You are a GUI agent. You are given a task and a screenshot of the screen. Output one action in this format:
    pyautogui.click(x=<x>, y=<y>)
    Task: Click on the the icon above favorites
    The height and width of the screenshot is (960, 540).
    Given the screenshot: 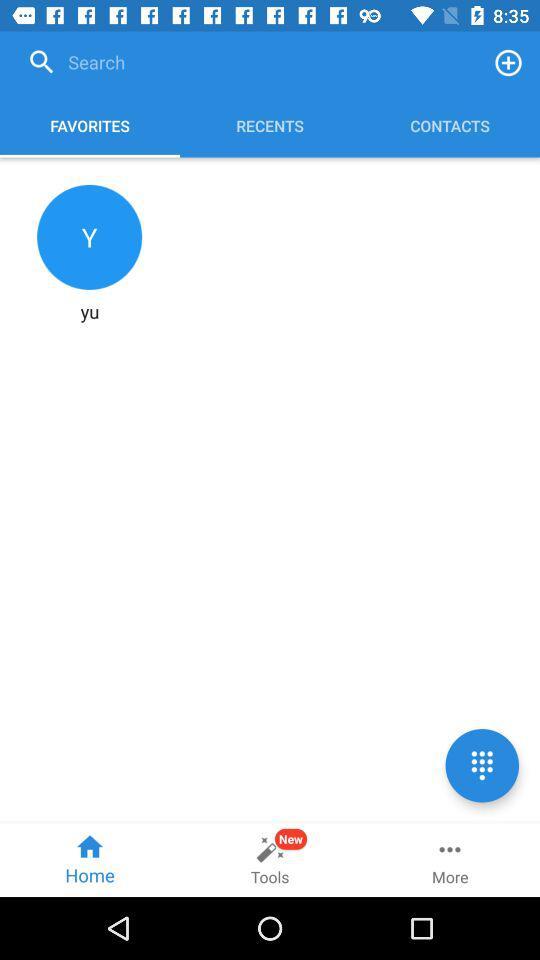 What is the action you would take?
    pyautogui.click(x=248, y=62)
    